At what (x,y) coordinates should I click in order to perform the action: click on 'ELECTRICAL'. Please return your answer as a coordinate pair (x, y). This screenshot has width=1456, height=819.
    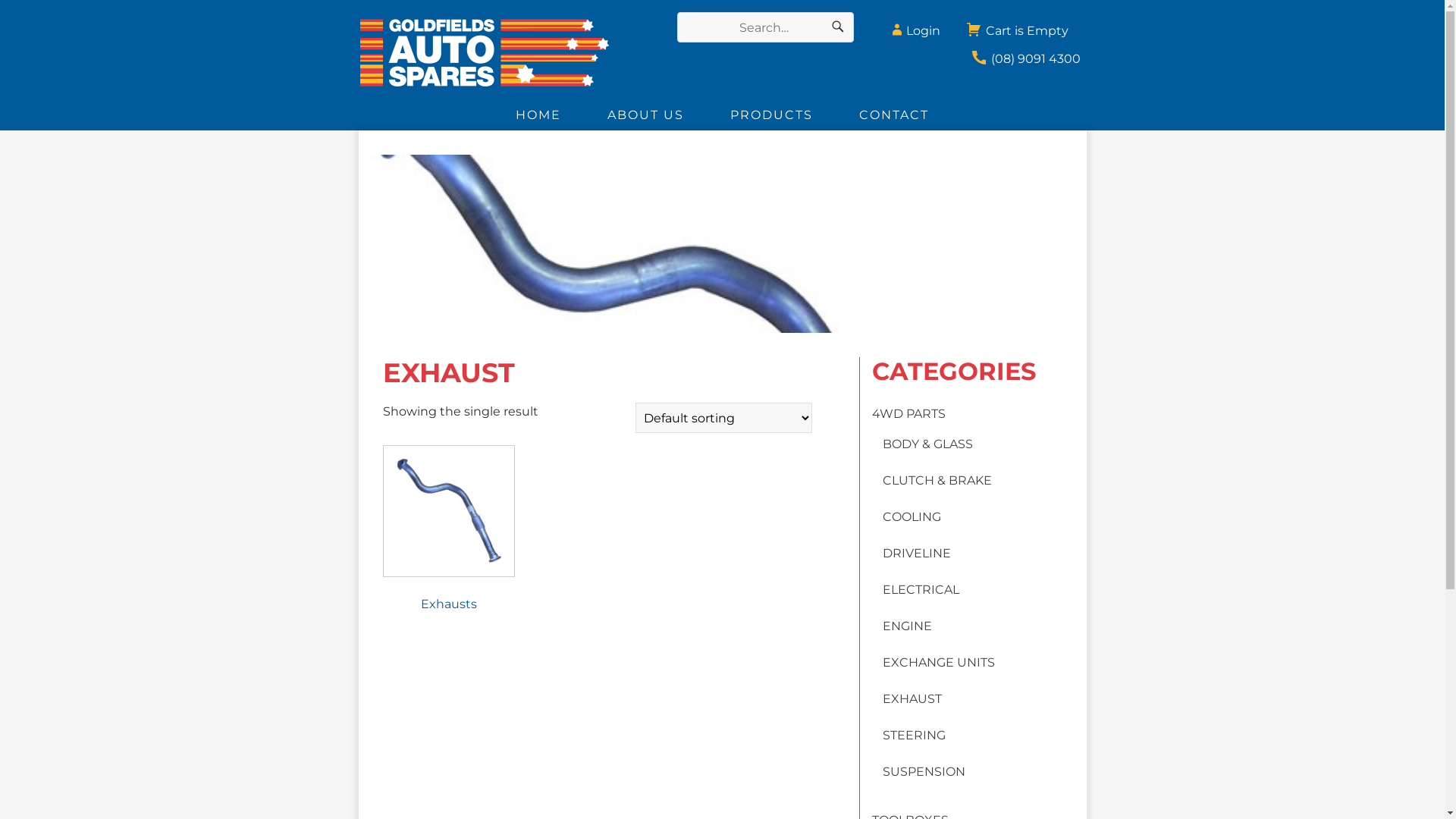
    Looking at the image, I should click on (920, 588).